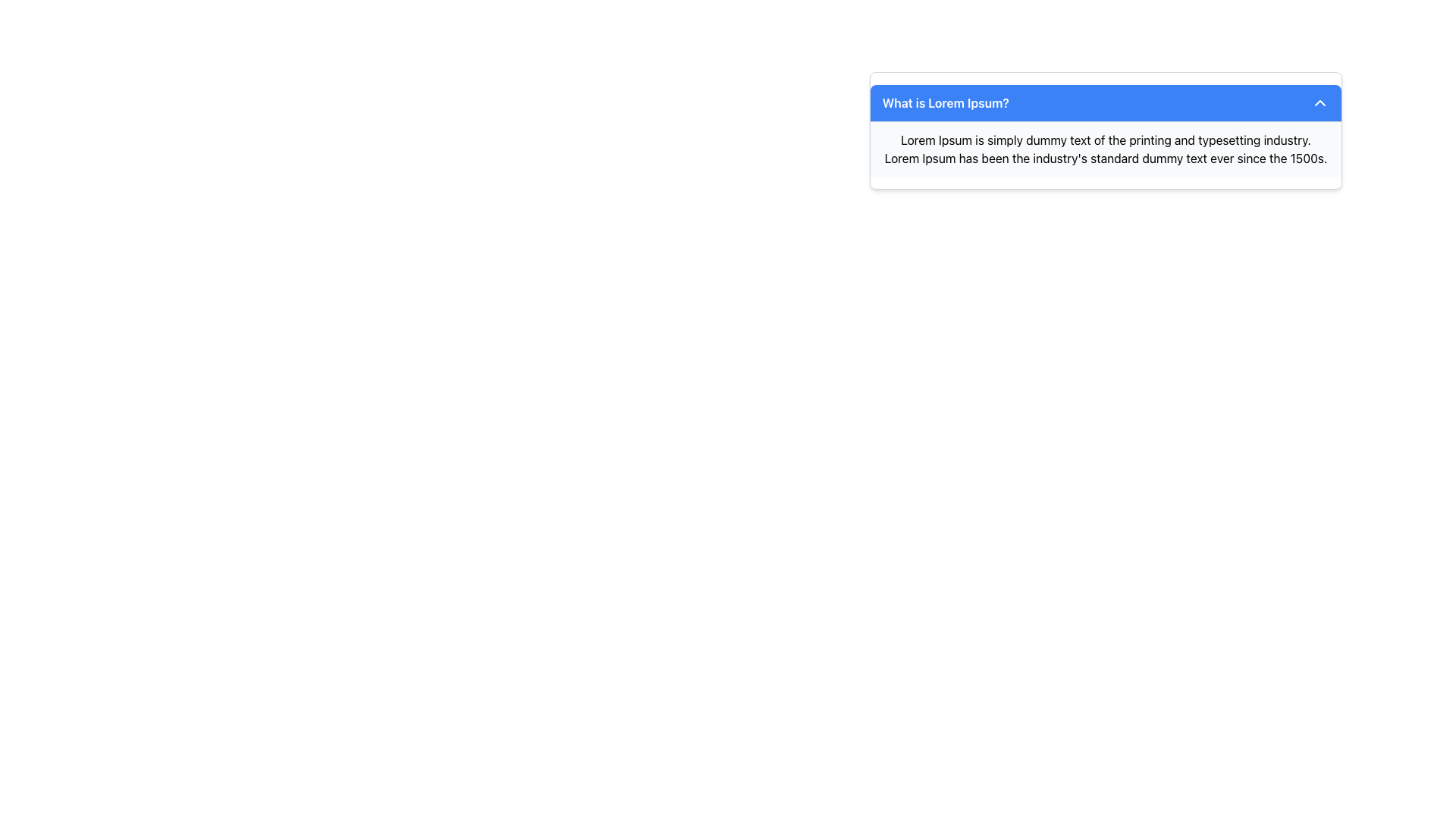  What do you see at coordinates (1106, 149) in the screenshot?
I see `text content from the informational block that states: 'Lorem Ipsum is simply dummy text of the printing and typesetting industry. Lorem Ipsum has been the industry's standard dummy text ever since the 1500s.'` at bounding box center [1106, 149].